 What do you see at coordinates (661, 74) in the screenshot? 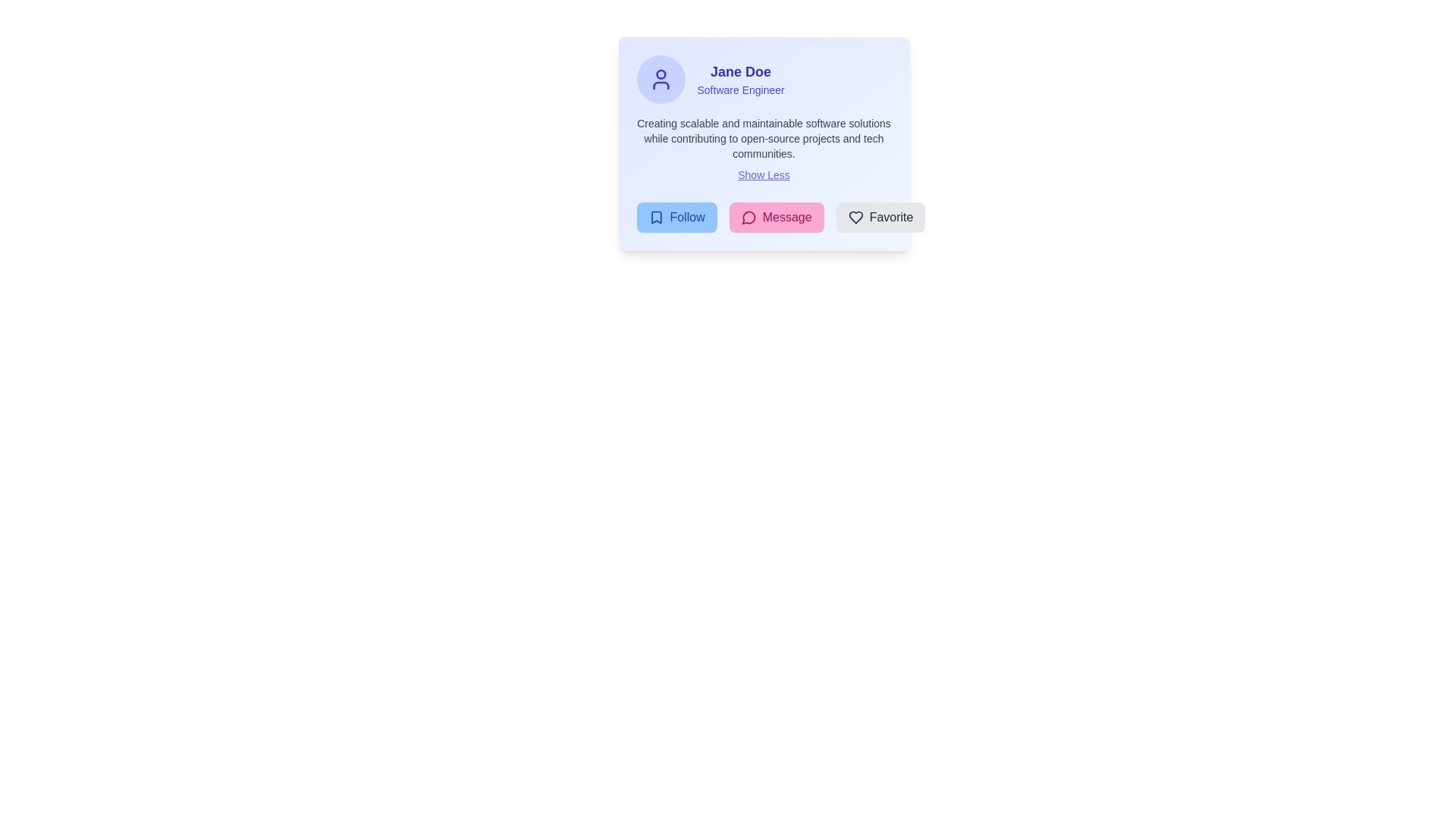
I see `the graphical element representing the head of the user icon, which is a circle within an SVG, located near the upper-left side of the profile card` at bounding box center [661, 74].